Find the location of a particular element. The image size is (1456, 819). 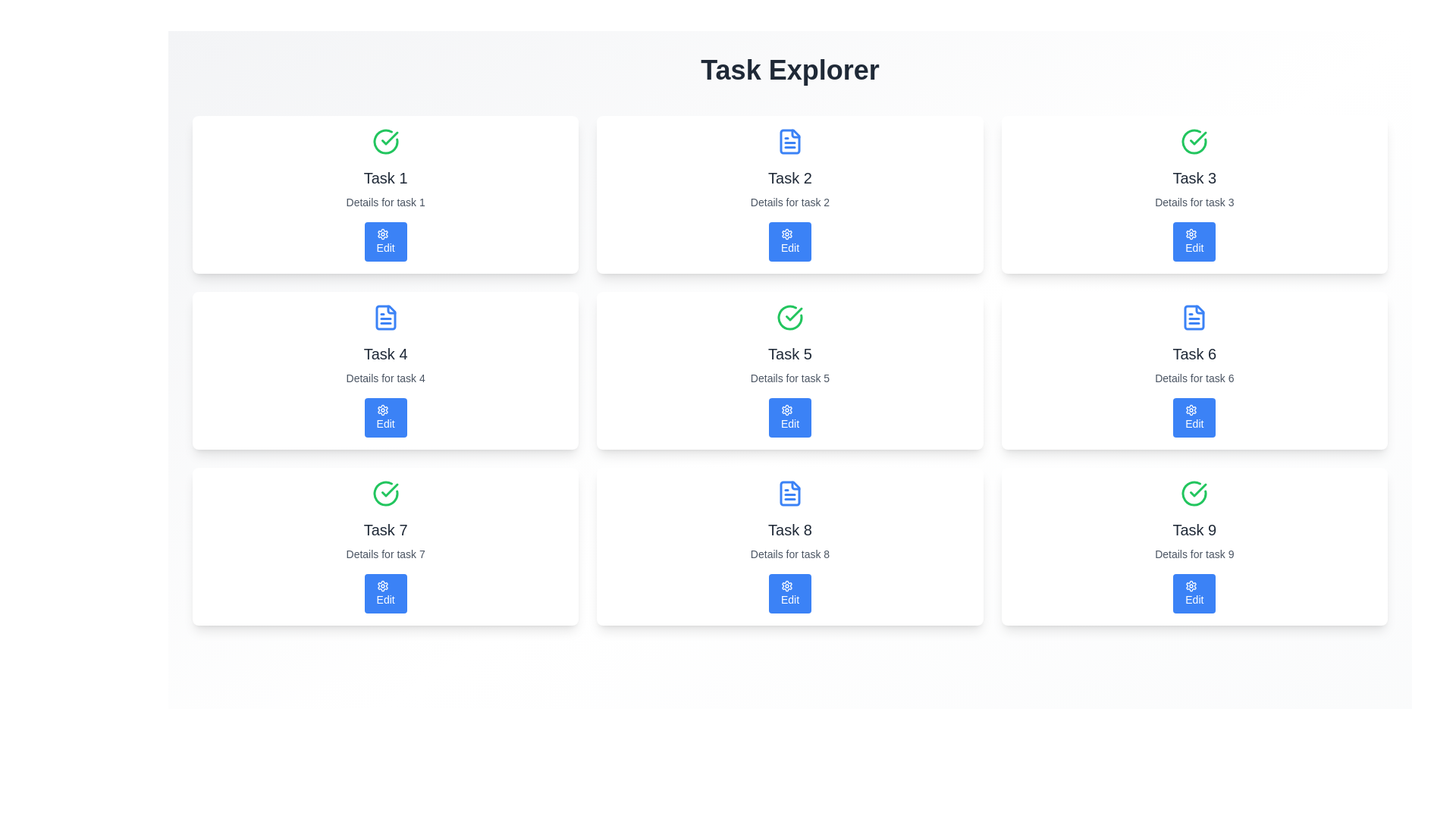

the 'Edit Task 3' button located at the bottom part of the card for 'Task 3' is located at coordinates (1194, 241).